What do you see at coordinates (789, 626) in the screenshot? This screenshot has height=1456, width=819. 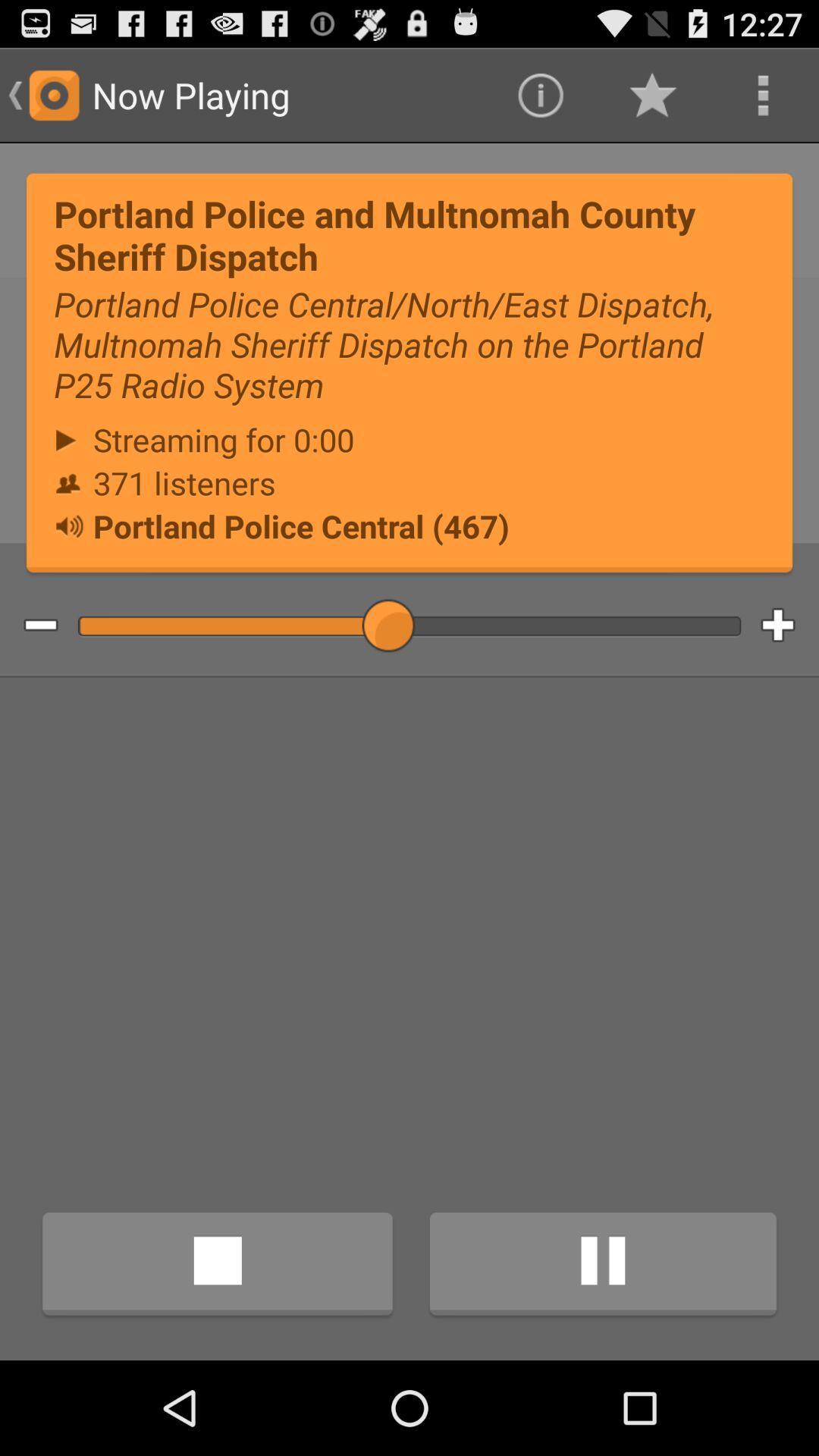 I see `to playlist` at bounding box center [789, 626].